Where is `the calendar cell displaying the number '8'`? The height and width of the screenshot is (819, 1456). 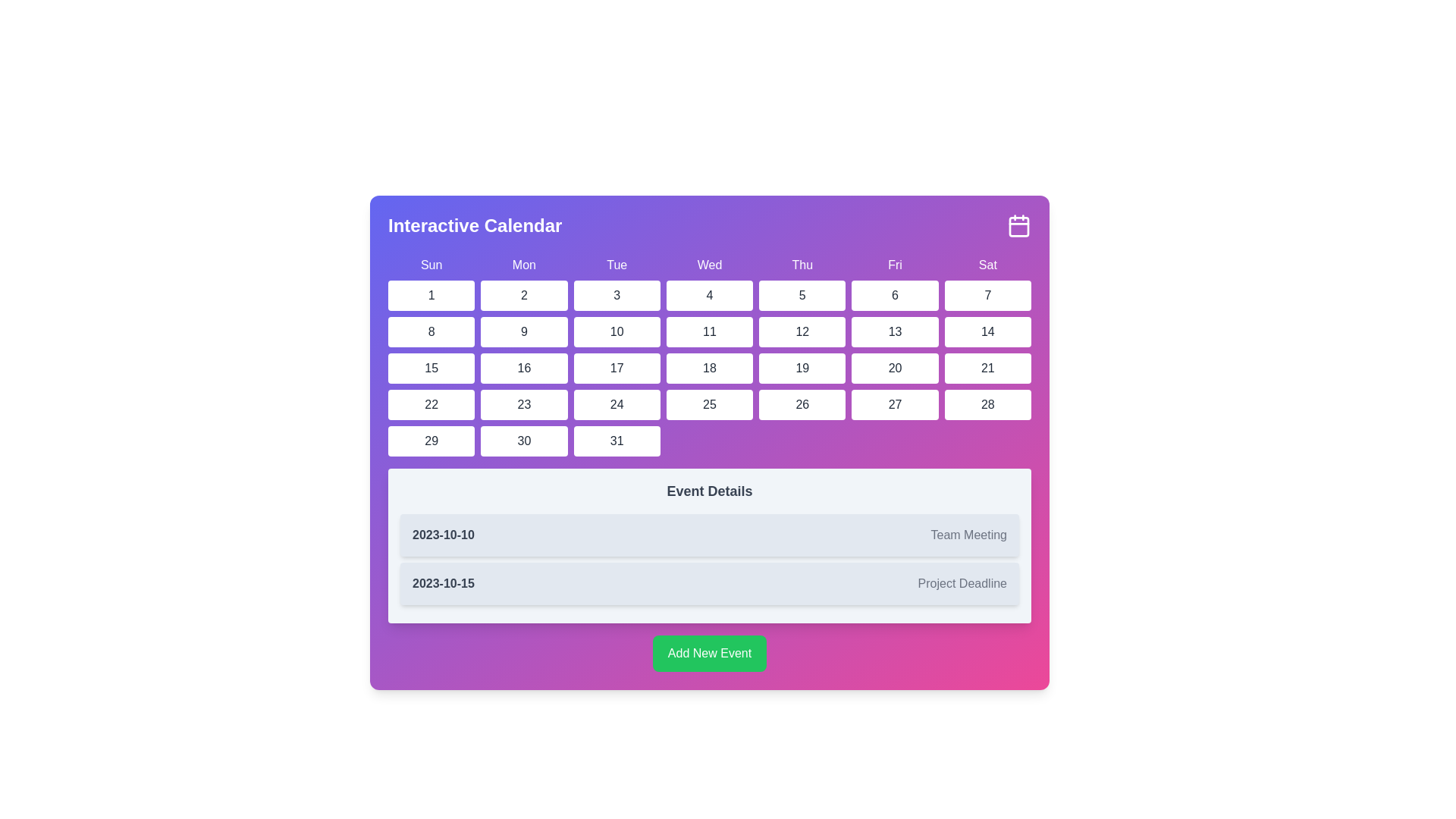
the calendar cell displaying the number '8' is located at coordinates (431, 331).